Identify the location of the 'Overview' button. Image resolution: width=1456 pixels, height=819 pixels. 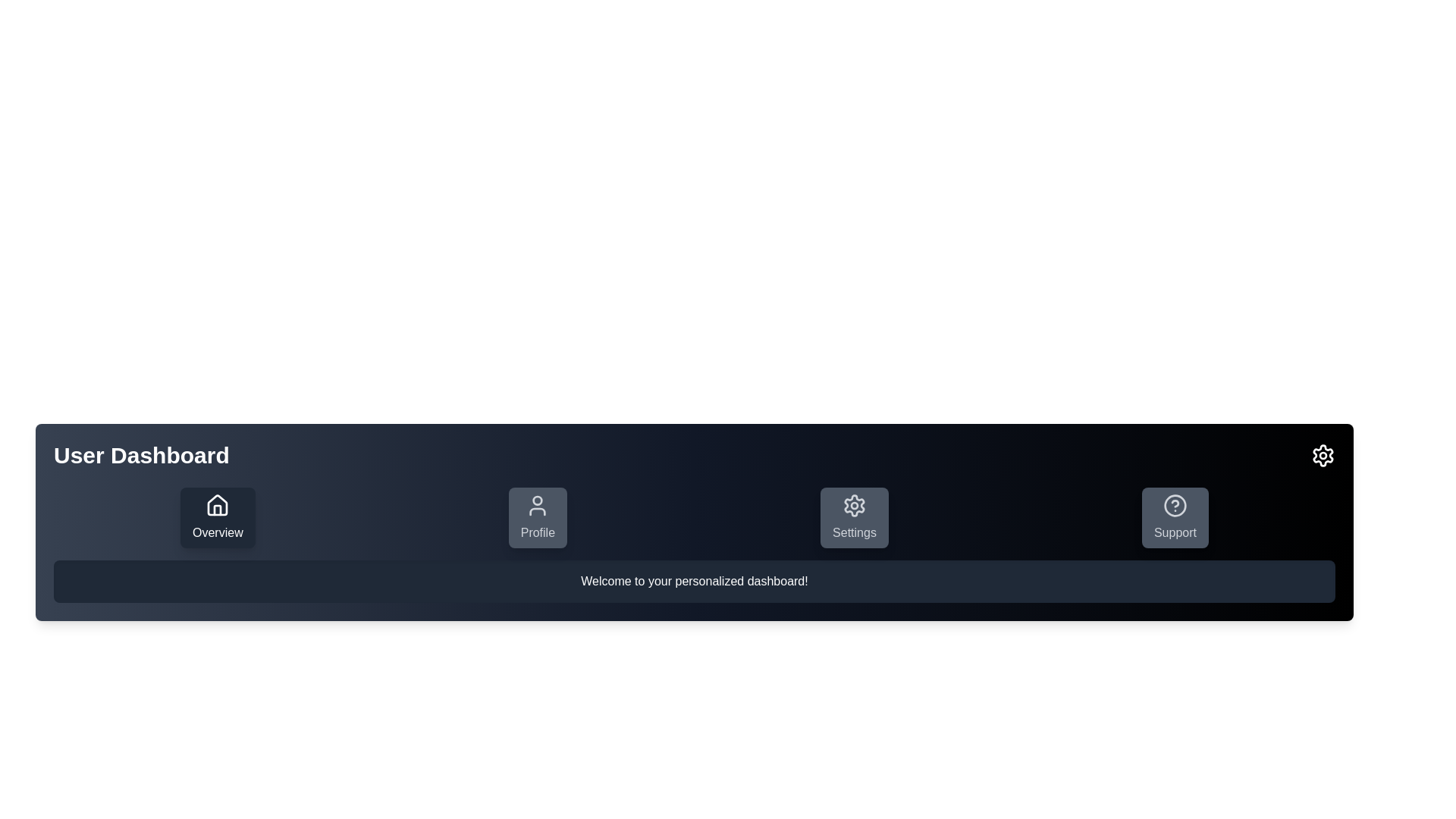
(217, 516).